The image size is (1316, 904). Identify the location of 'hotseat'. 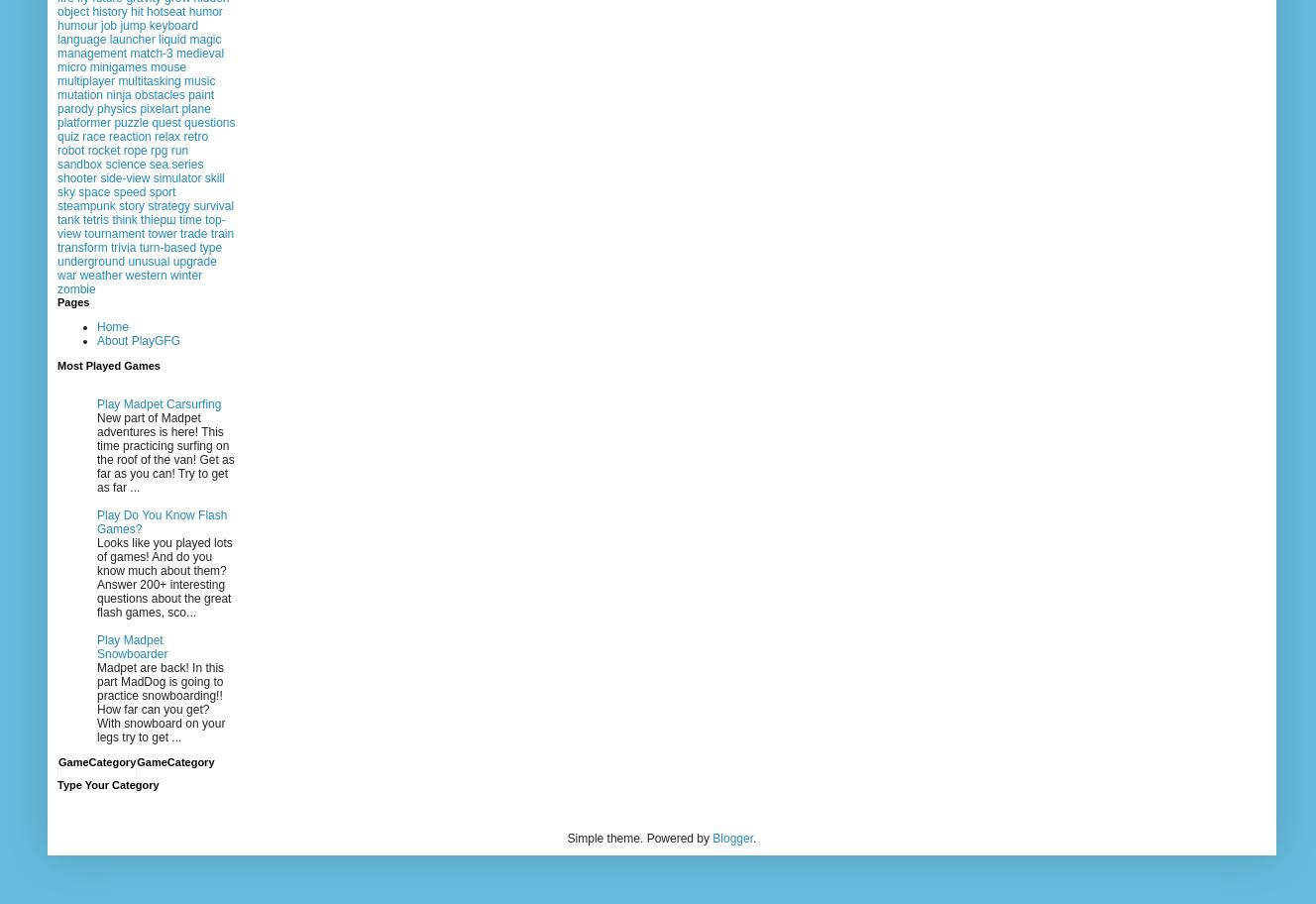
(165, 12).